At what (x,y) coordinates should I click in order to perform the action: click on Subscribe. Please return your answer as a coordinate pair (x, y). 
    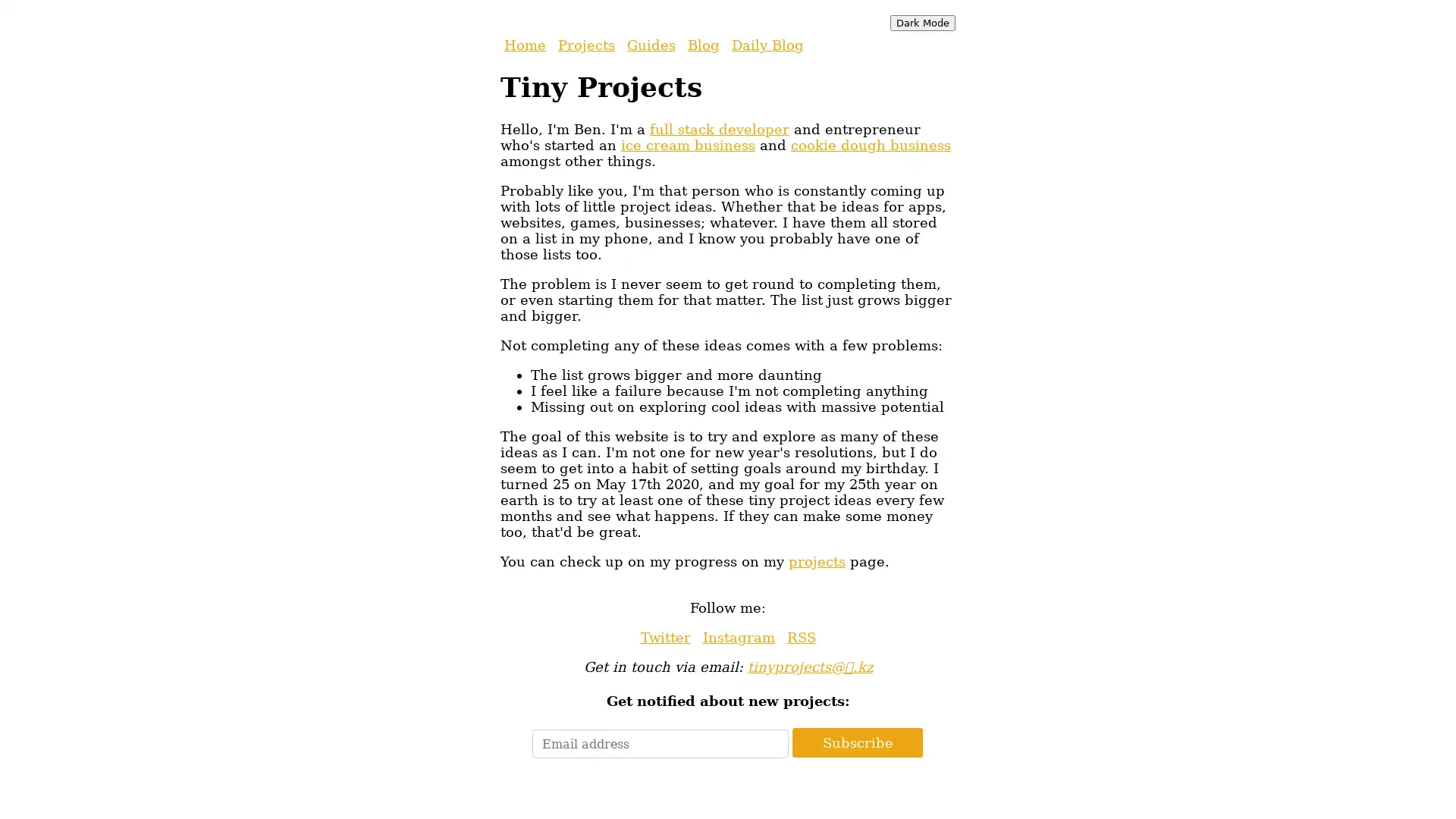
    Looking at the image, I should click on (858, 742).